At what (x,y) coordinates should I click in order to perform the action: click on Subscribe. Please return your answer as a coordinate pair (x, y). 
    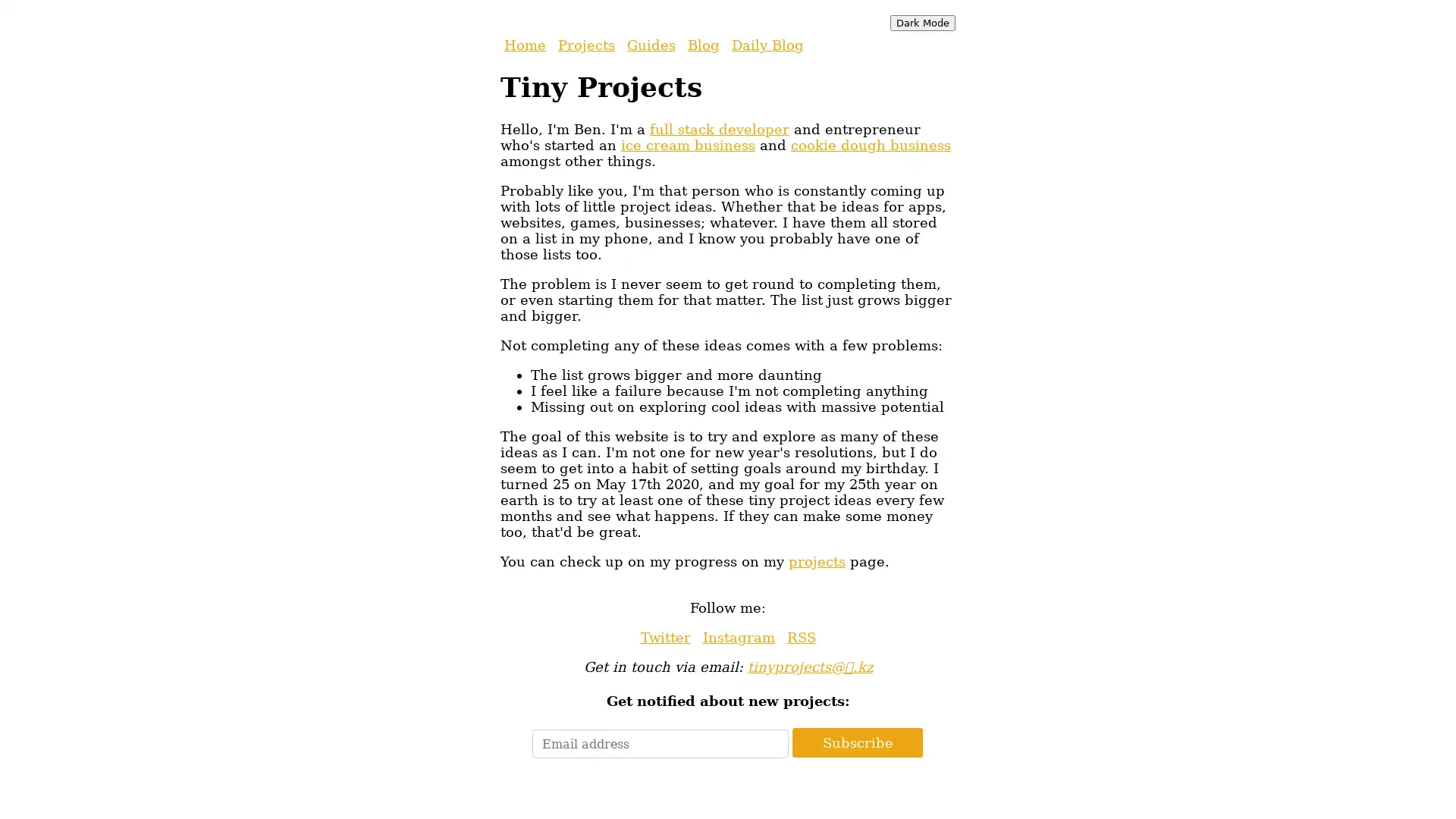
    Looking at the image, I should click on (858, 742).